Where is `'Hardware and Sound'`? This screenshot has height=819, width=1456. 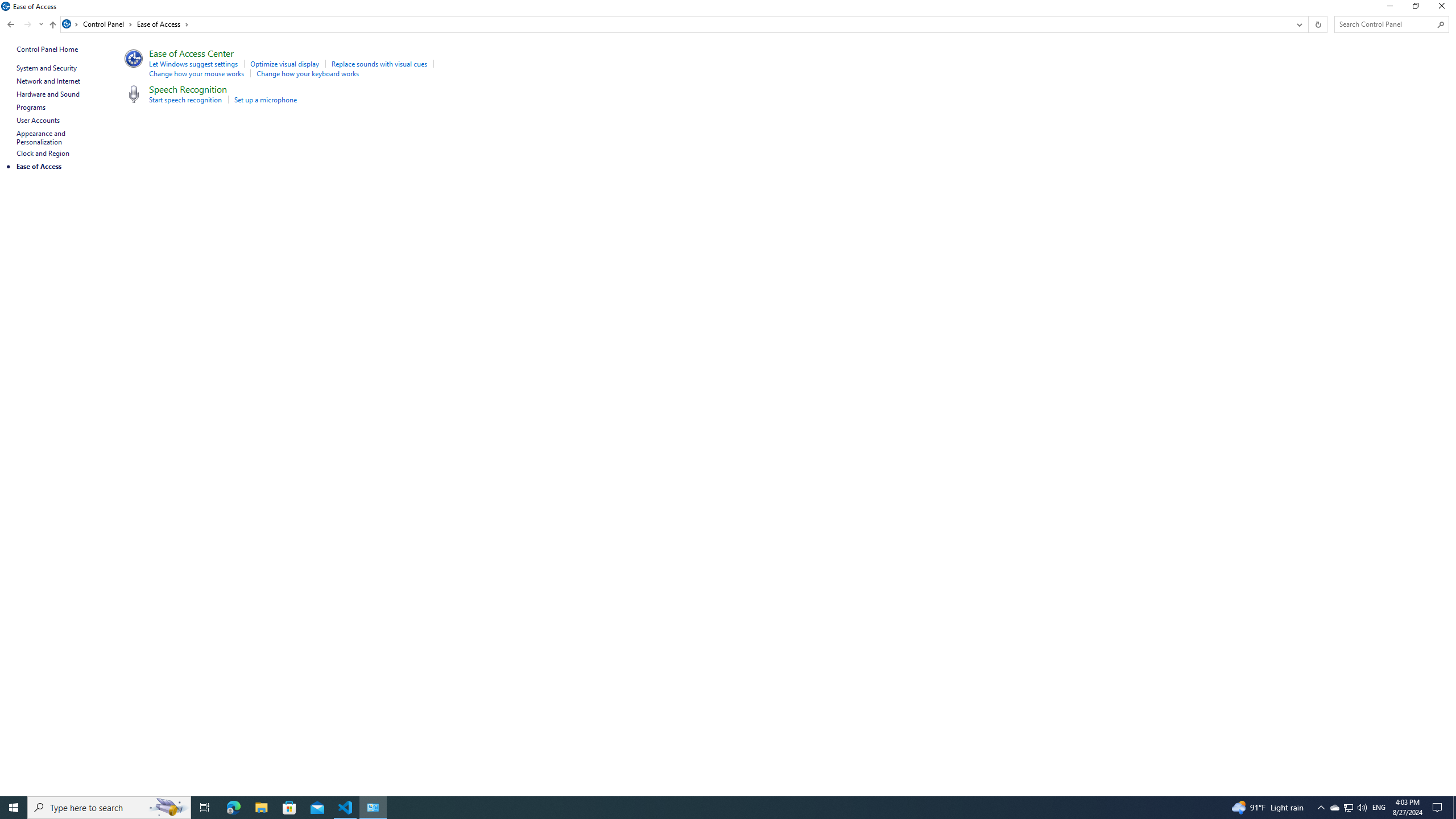
'Hardware and Sound' is located at coordinates (47, 93).